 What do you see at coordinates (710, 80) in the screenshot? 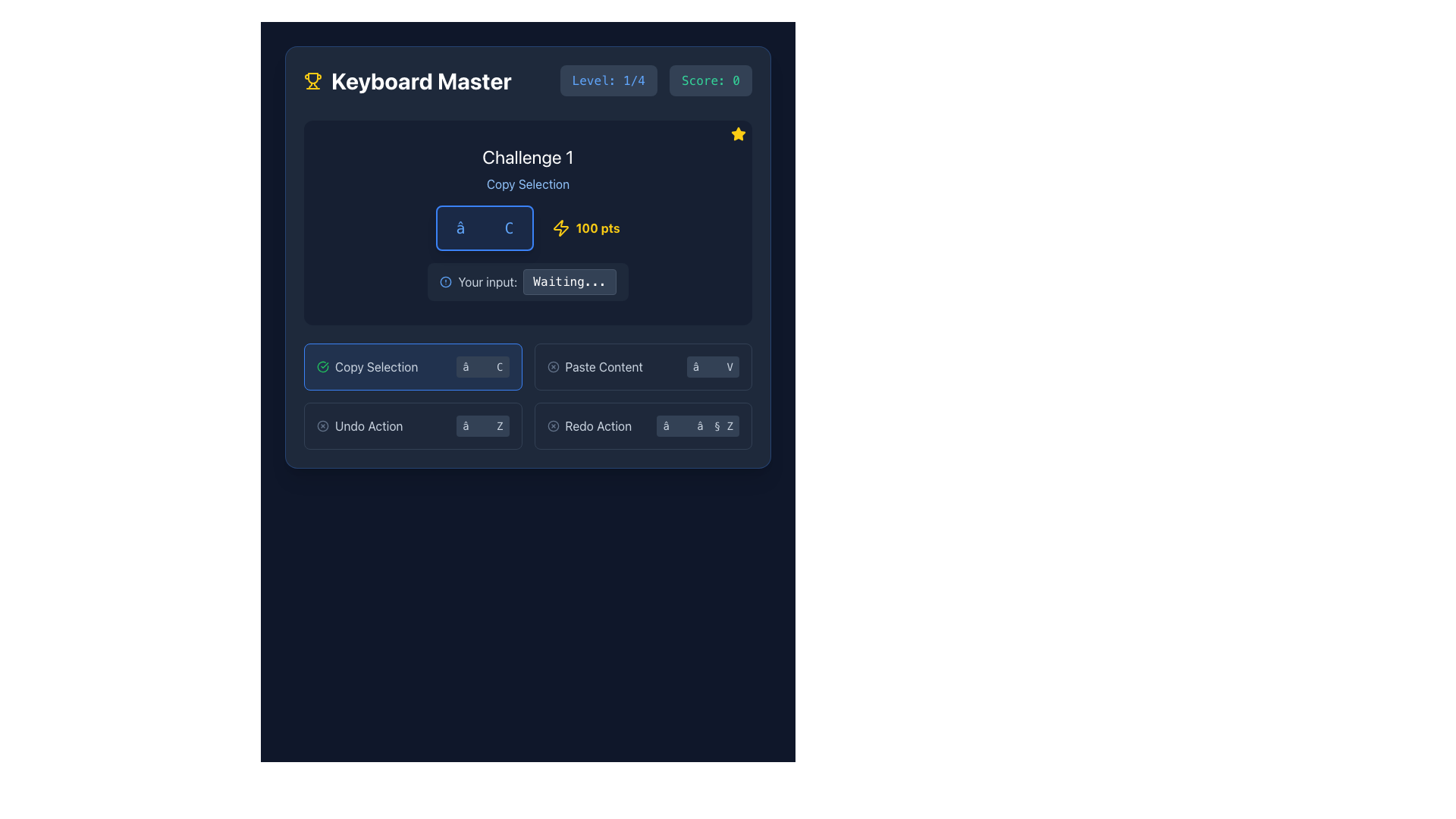
I see `the score display text label that shows 'Score: 0' located in the top-right corner of the interface` at bounding box center [710, 80].